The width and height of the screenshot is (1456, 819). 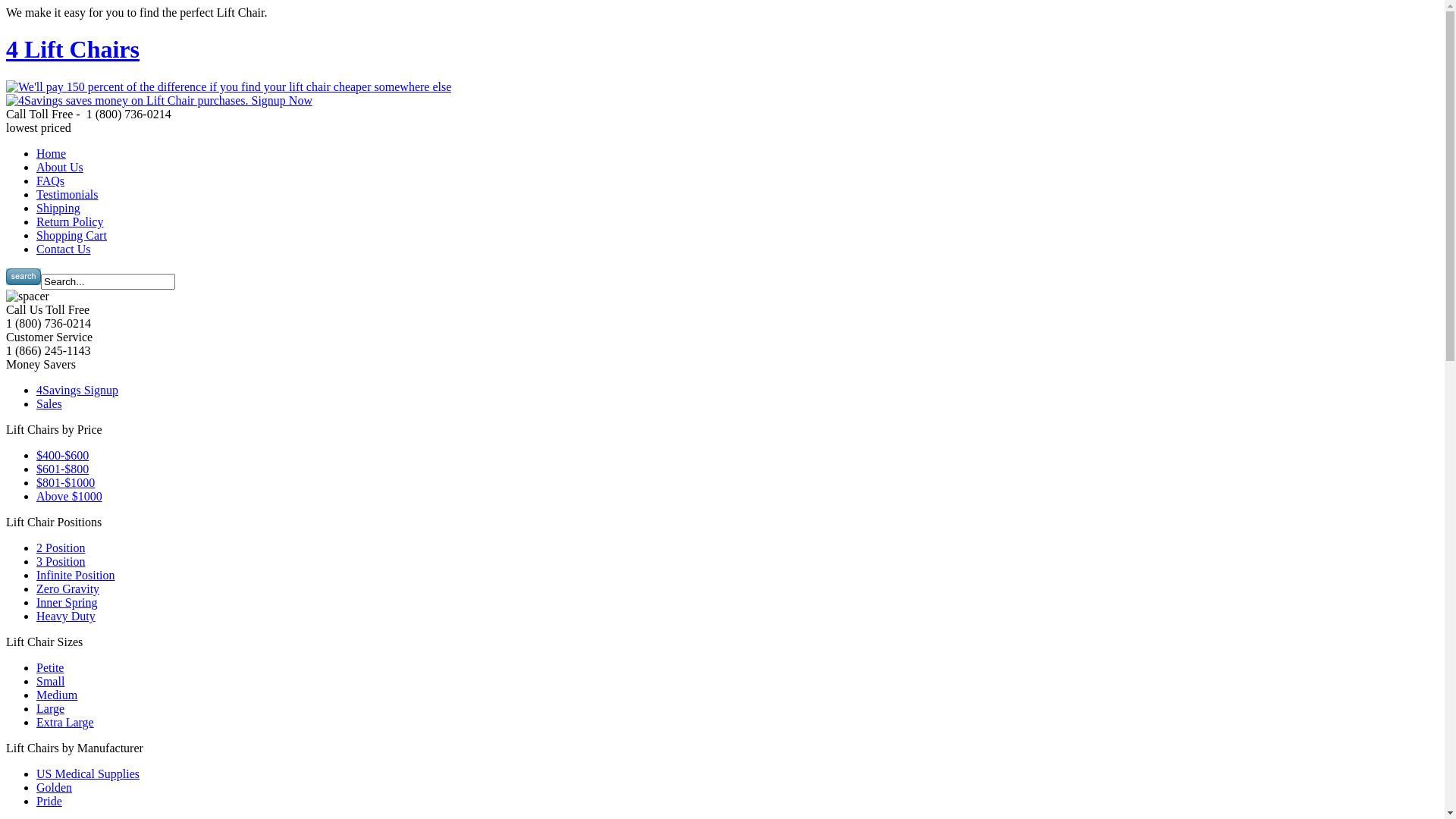 I want to click on 'Medium', so click(x=57, y=695).